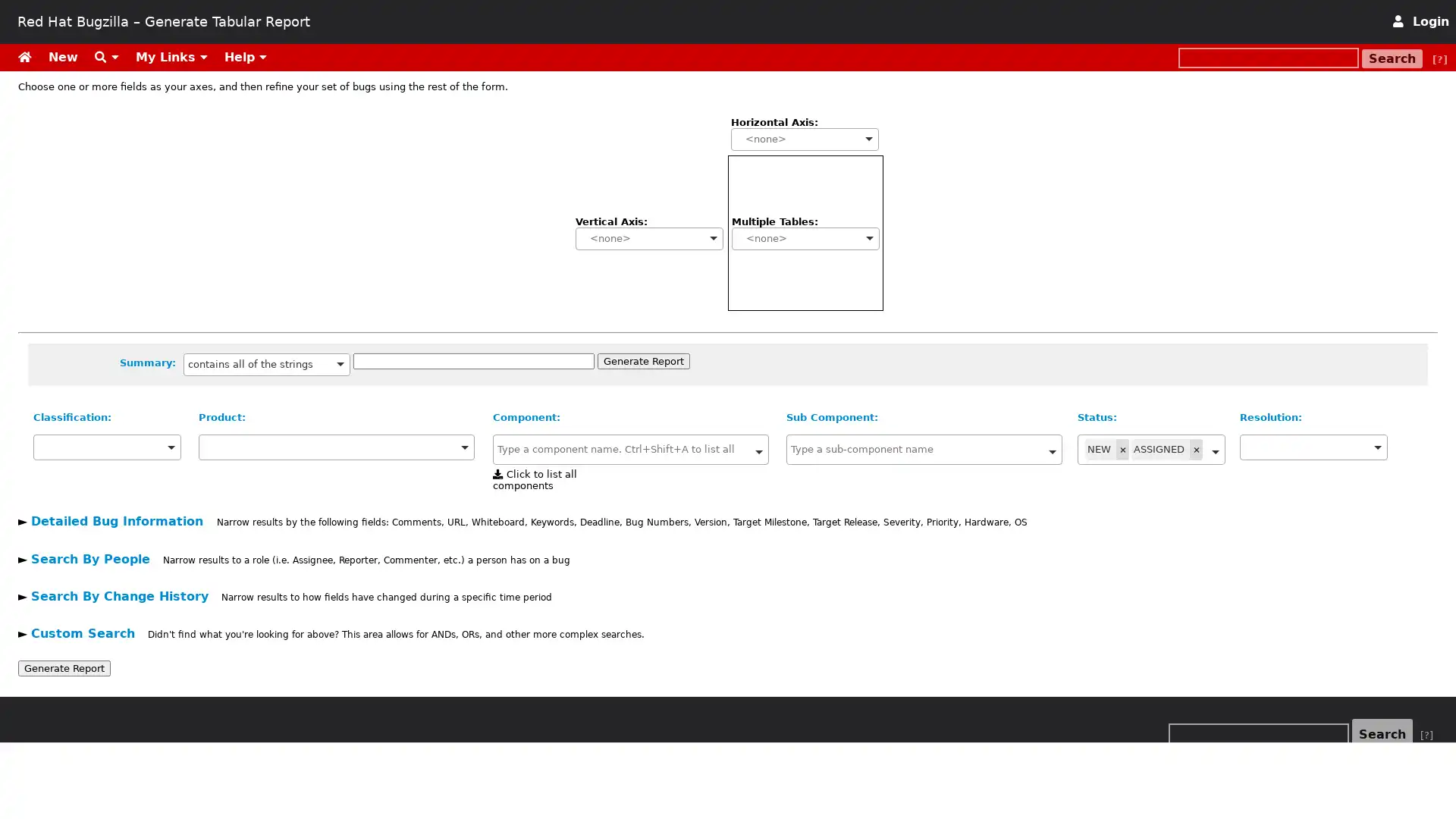 This screenshot has height=819, width=1456. Describe the element at coordinates (1392, 58) in the screenshot. I see `Search` at that location.